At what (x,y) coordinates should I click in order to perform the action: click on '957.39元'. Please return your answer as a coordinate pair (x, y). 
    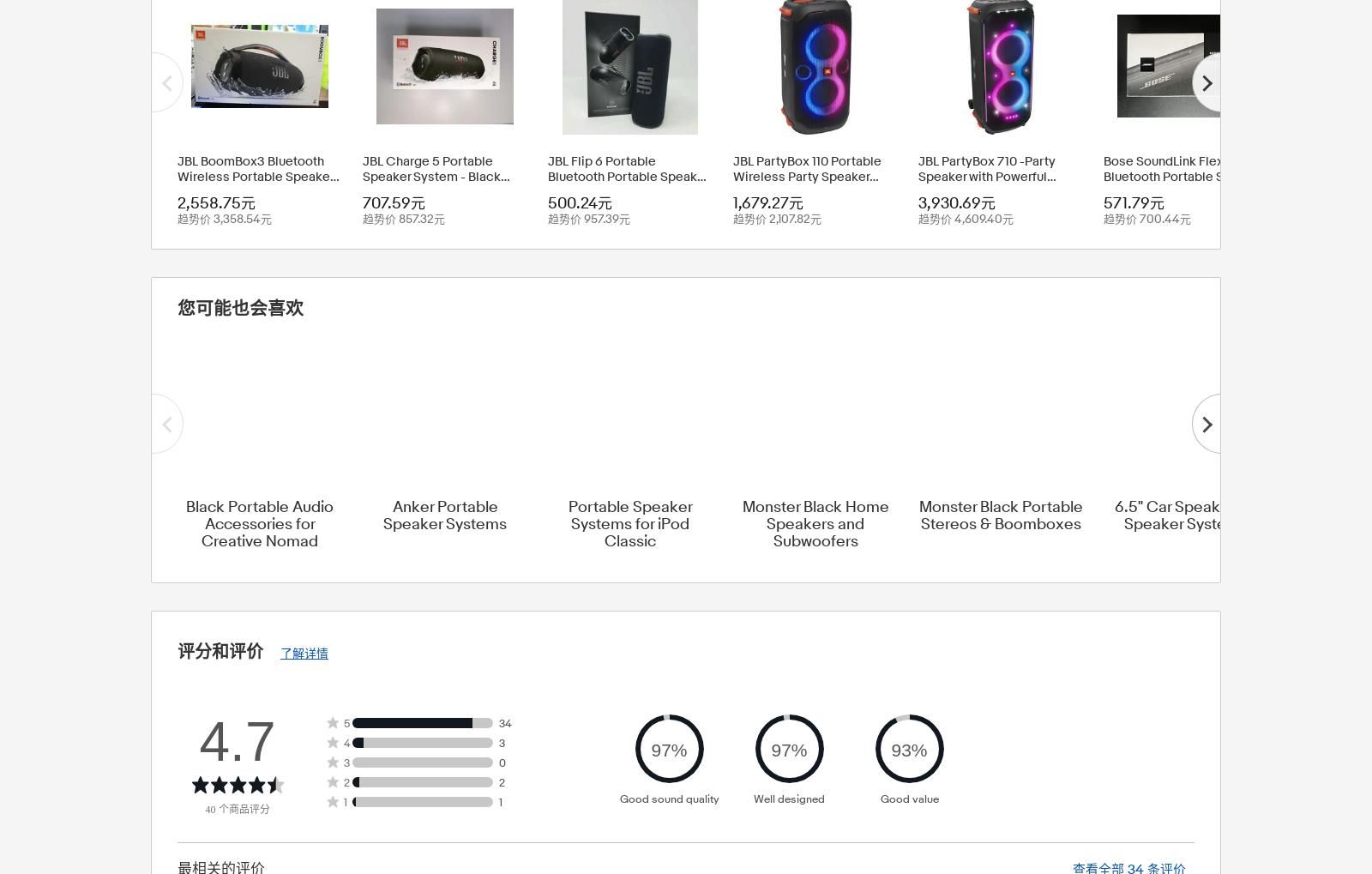
    Looking at the image, I should click on (607, 218).